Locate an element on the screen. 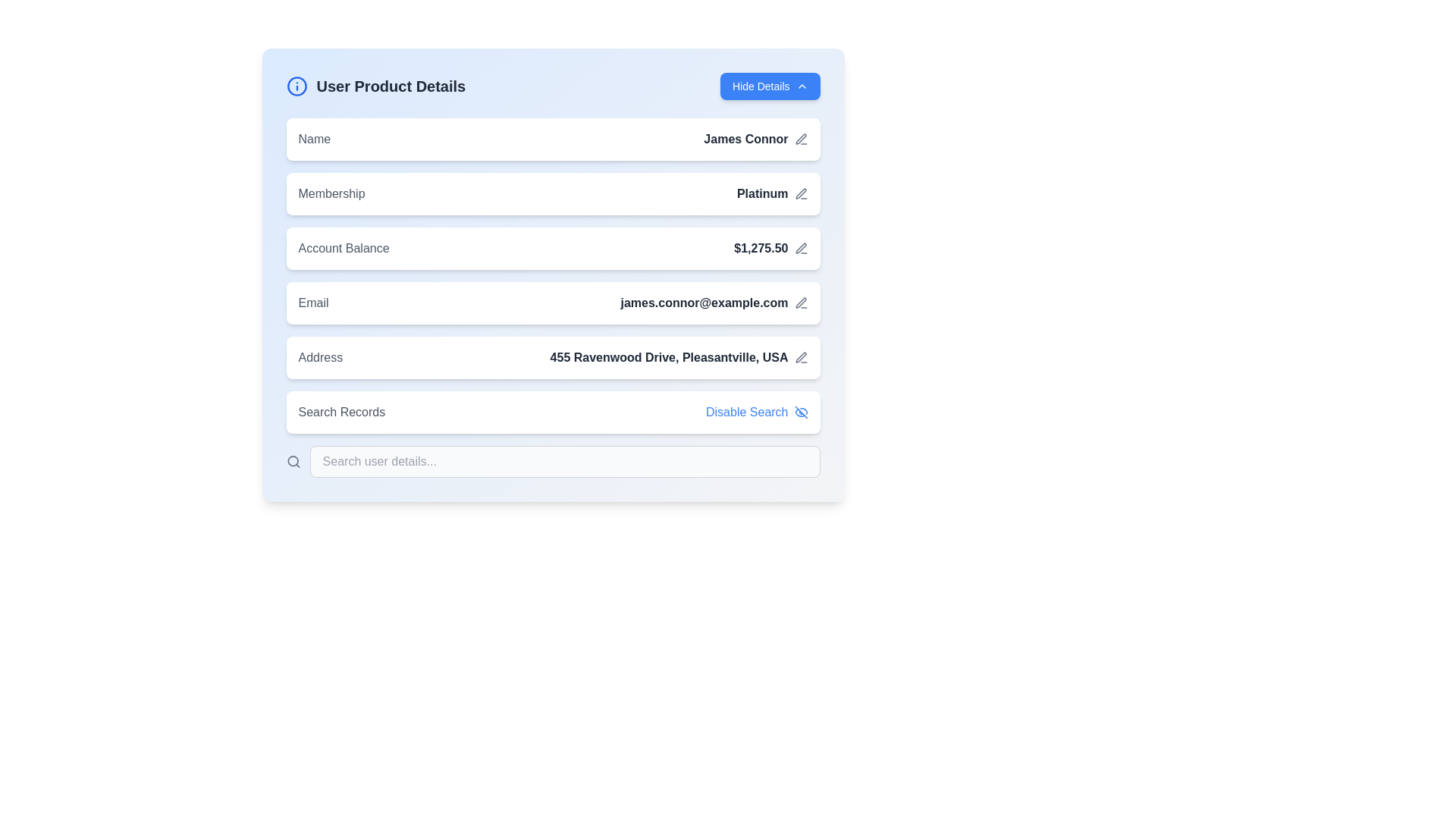 The image size is (1456, 819). the 'Hide Details' button, which is a rectangular button with a blue background and rounded corners, containing white text and a downward-pointing chevron icon, located in the upper right corner of the 'User Product Details' box is located at coordinates (770, 86).